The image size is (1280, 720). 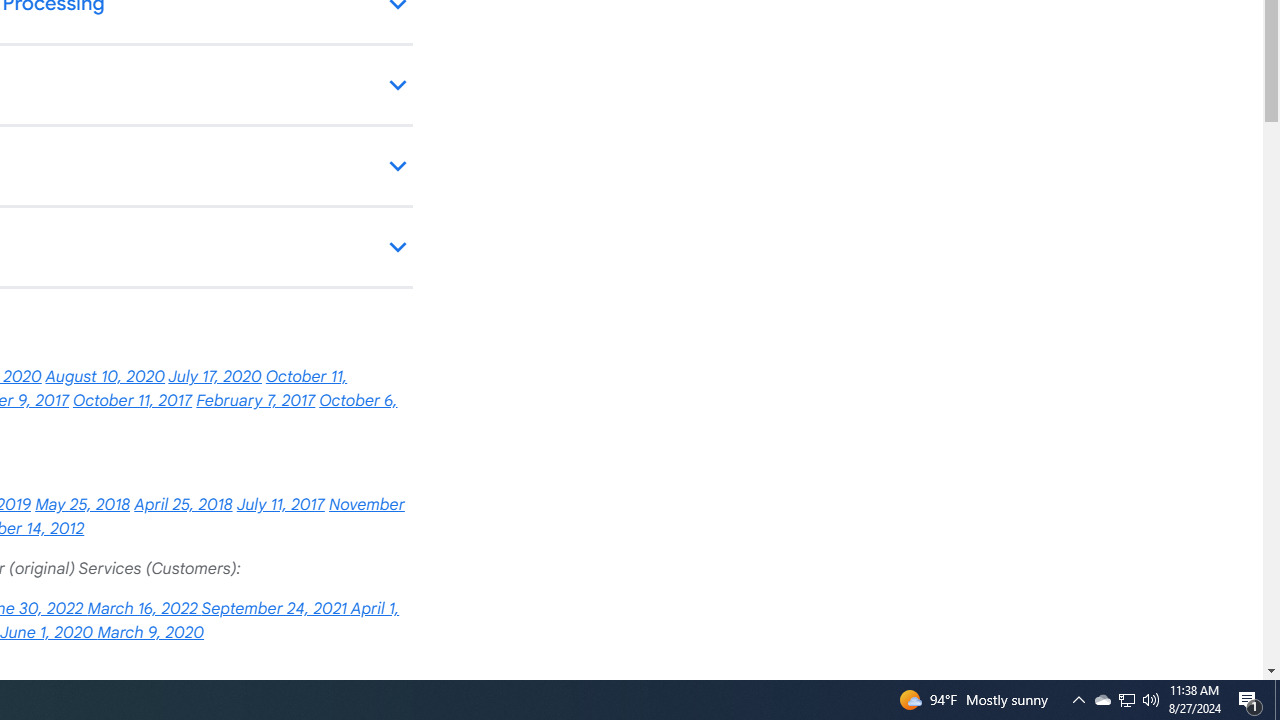 I want to click on 'April 25, 2018', so click(x=183, y=504).